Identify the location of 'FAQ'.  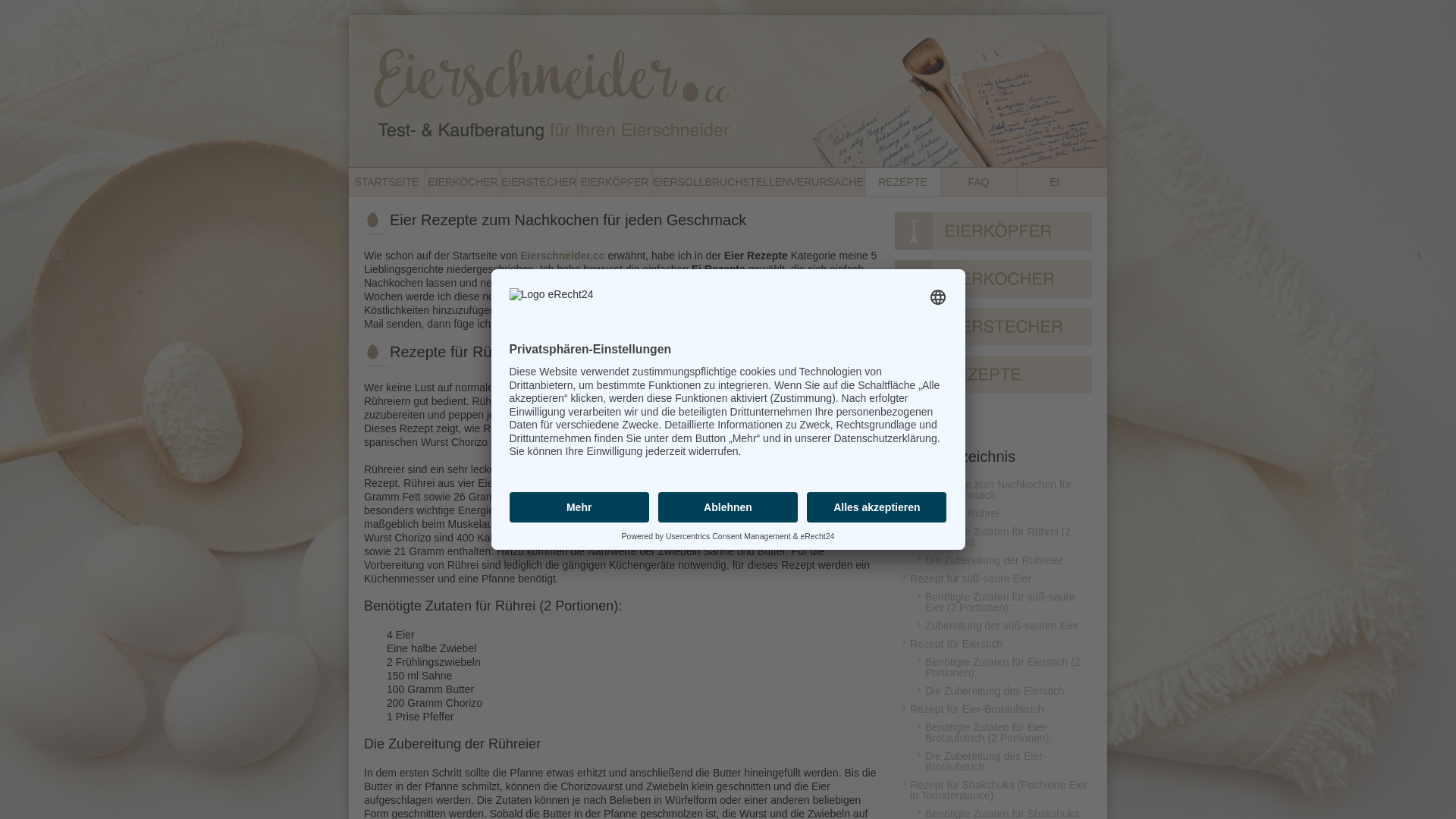
(978, 180).